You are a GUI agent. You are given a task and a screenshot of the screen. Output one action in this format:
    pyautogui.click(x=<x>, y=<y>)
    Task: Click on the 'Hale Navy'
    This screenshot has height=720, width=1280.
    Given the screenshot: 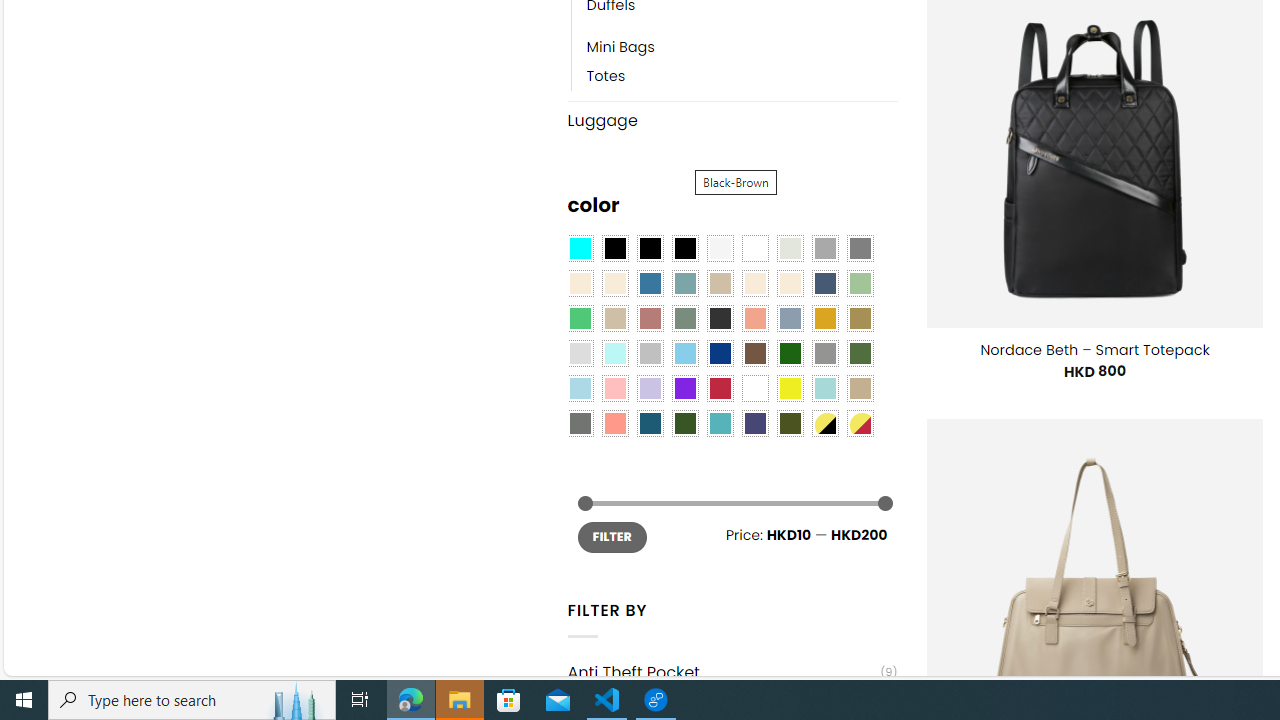 What is the action you would take?
    pyautogui.click(x=824, y=283)
    